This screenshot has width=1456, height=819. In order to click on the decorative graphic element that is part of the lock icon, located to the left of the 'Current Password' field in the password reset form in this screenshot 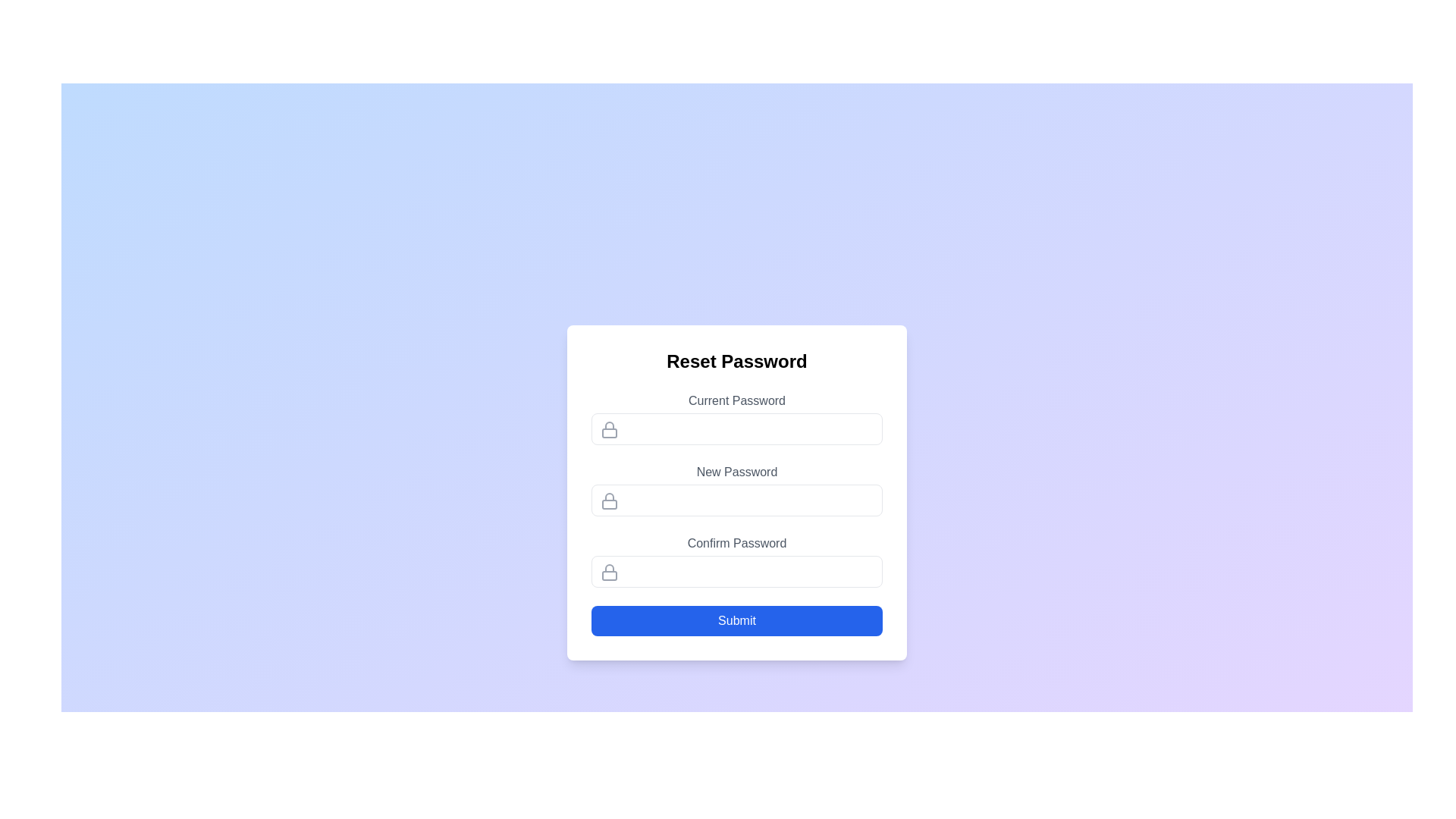, I will do `click(610, 432)`.